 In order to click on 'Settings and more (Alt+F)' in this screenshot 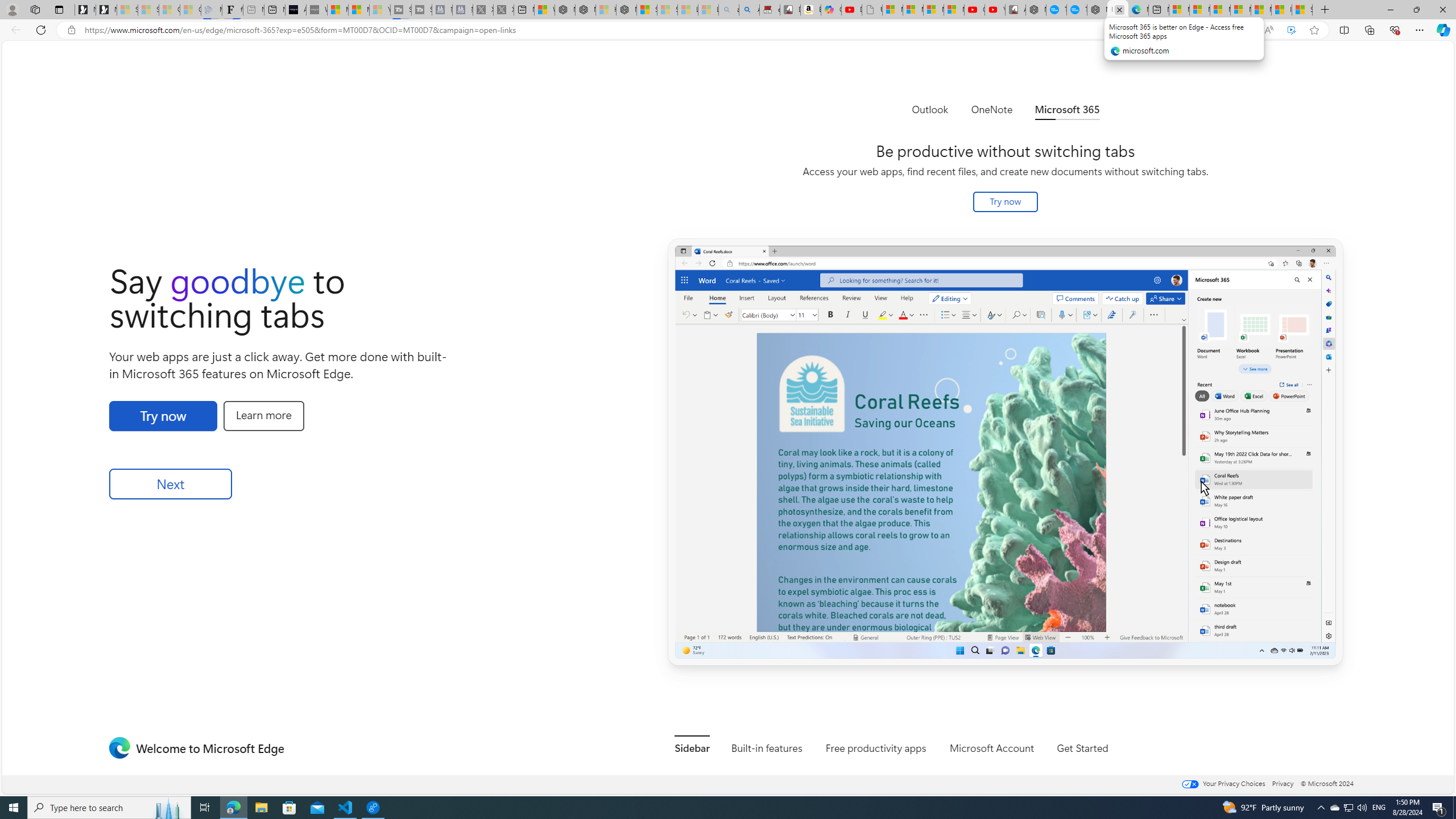, I will do `click(1419, 29)`.